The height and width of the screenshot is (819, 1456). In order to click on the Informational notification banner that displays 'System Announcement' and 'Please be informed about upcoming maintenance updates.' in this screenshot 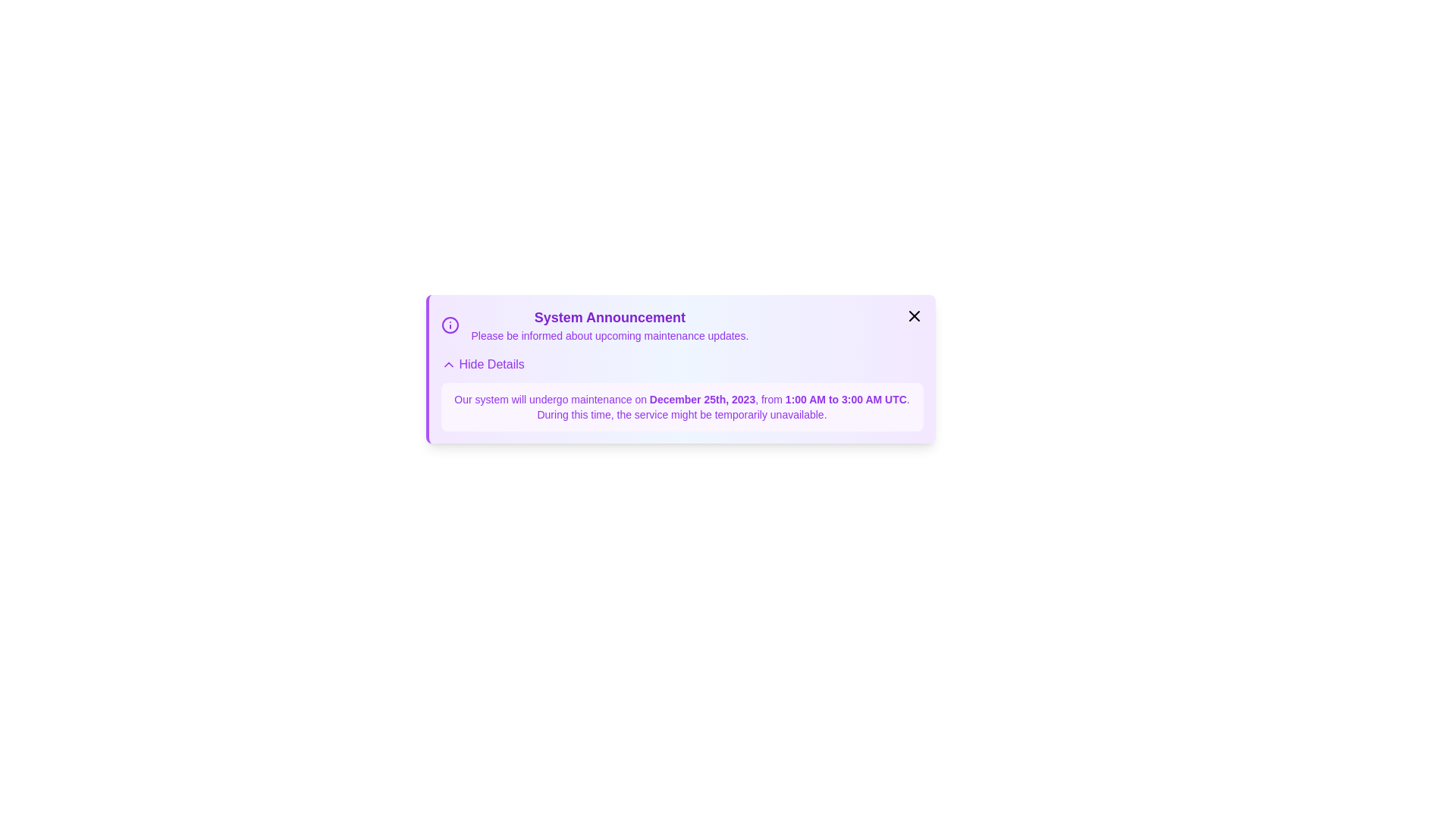, I will do `click(594, 324)`.